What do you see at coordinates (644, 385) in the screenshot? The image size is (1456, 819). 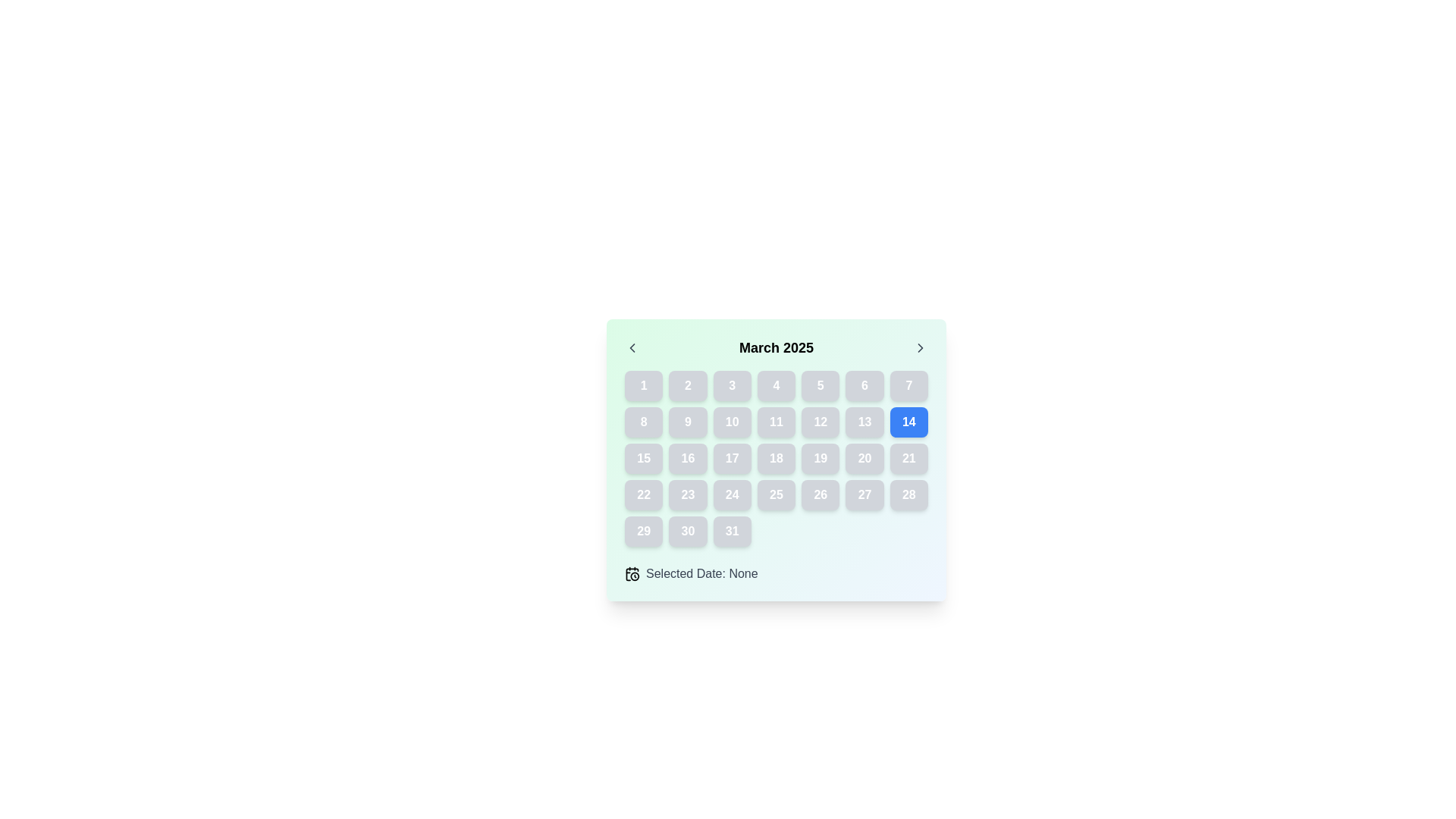 I see `the button representing day '1' in the calendar interface` at bounding box center [644, 385].